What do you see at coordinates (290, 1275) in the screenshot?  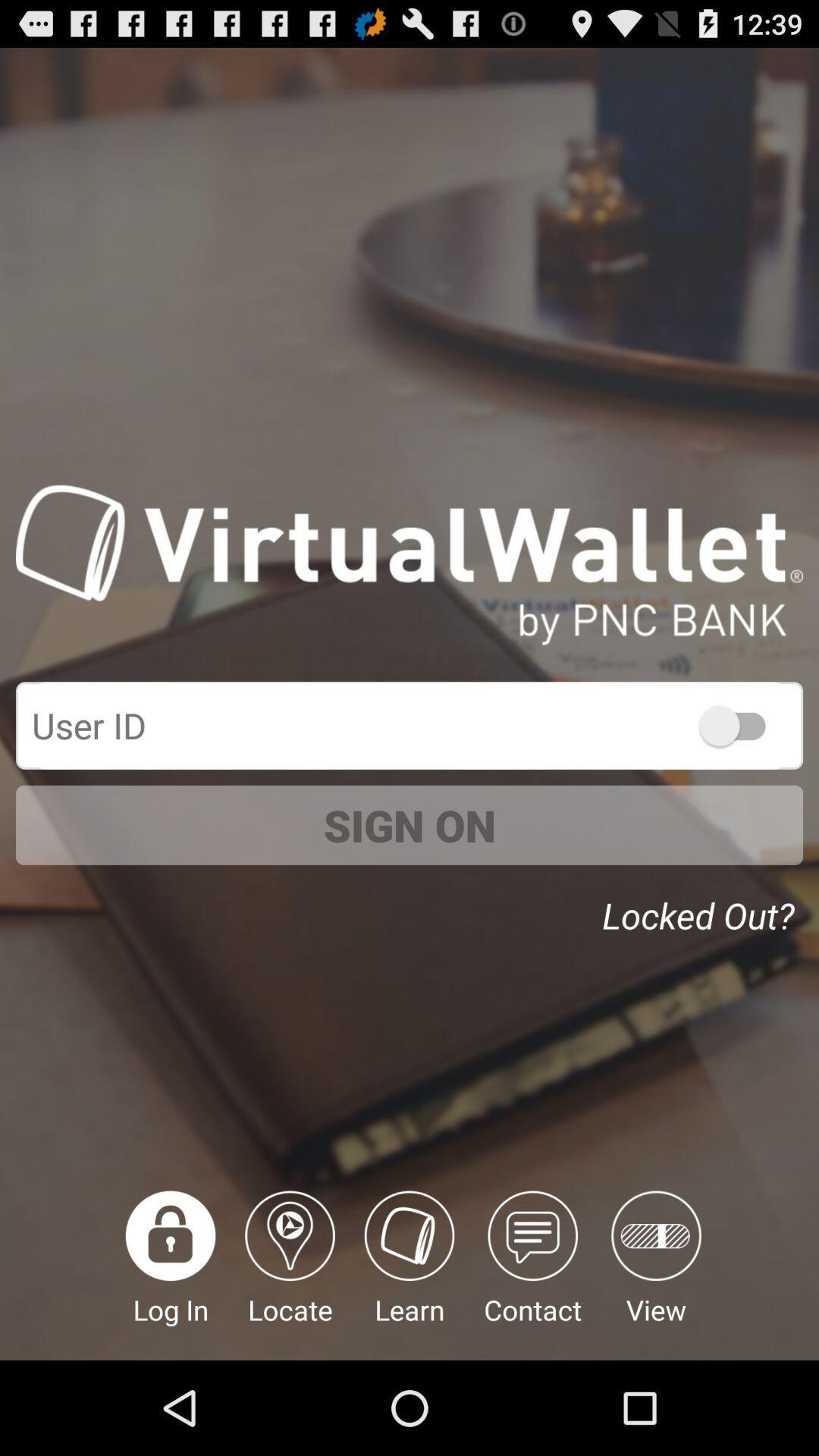 I see `the icon next to learn item` at bounding box center [290, 1275].